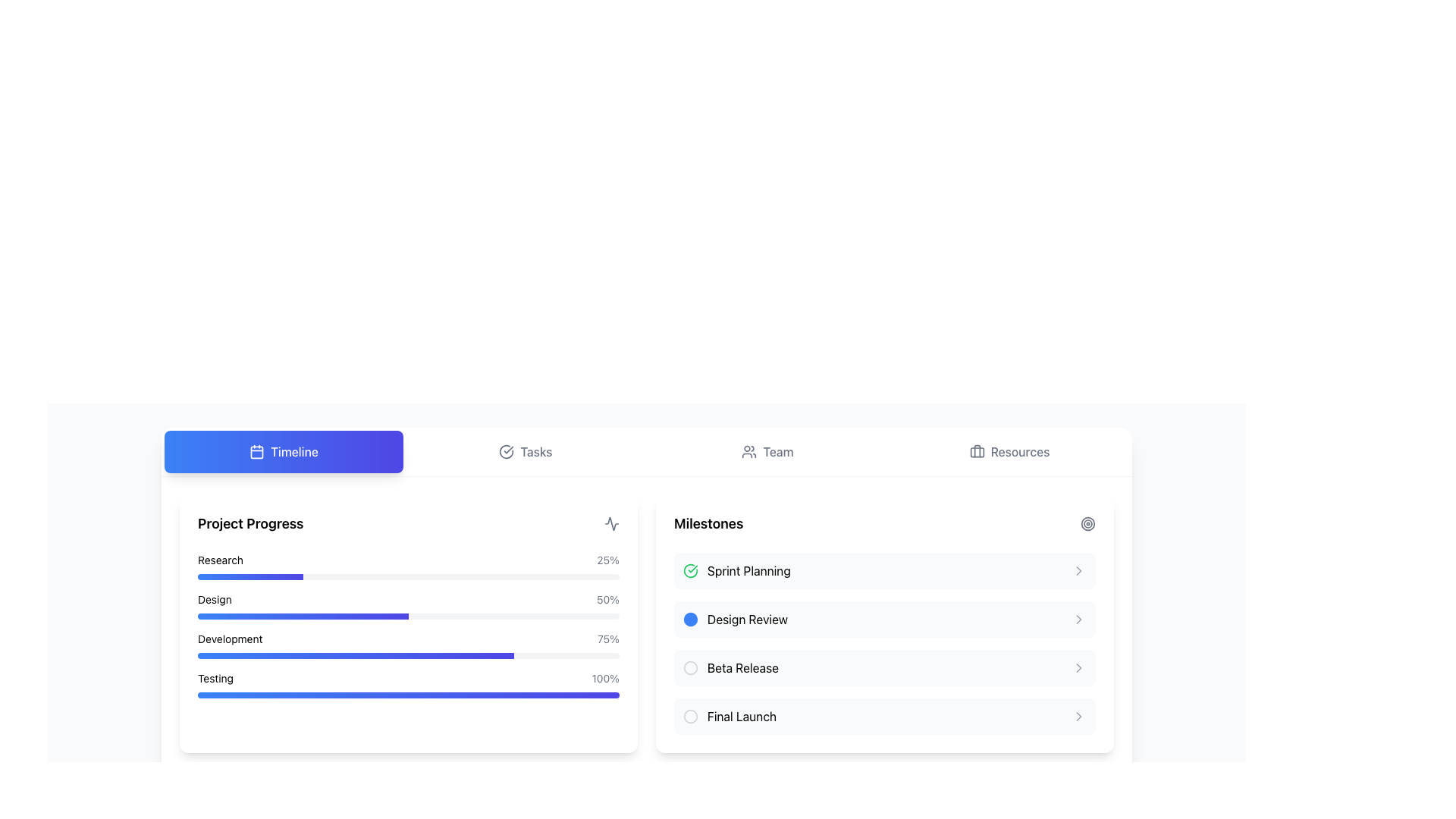  Describe the element at coordinates (1078, 717) in the screenshot. I see `the right-facing chevron icon in the 'Milestones' section of the 'Timeline' tab, which is styled in gray with smooth round edges` at that location.